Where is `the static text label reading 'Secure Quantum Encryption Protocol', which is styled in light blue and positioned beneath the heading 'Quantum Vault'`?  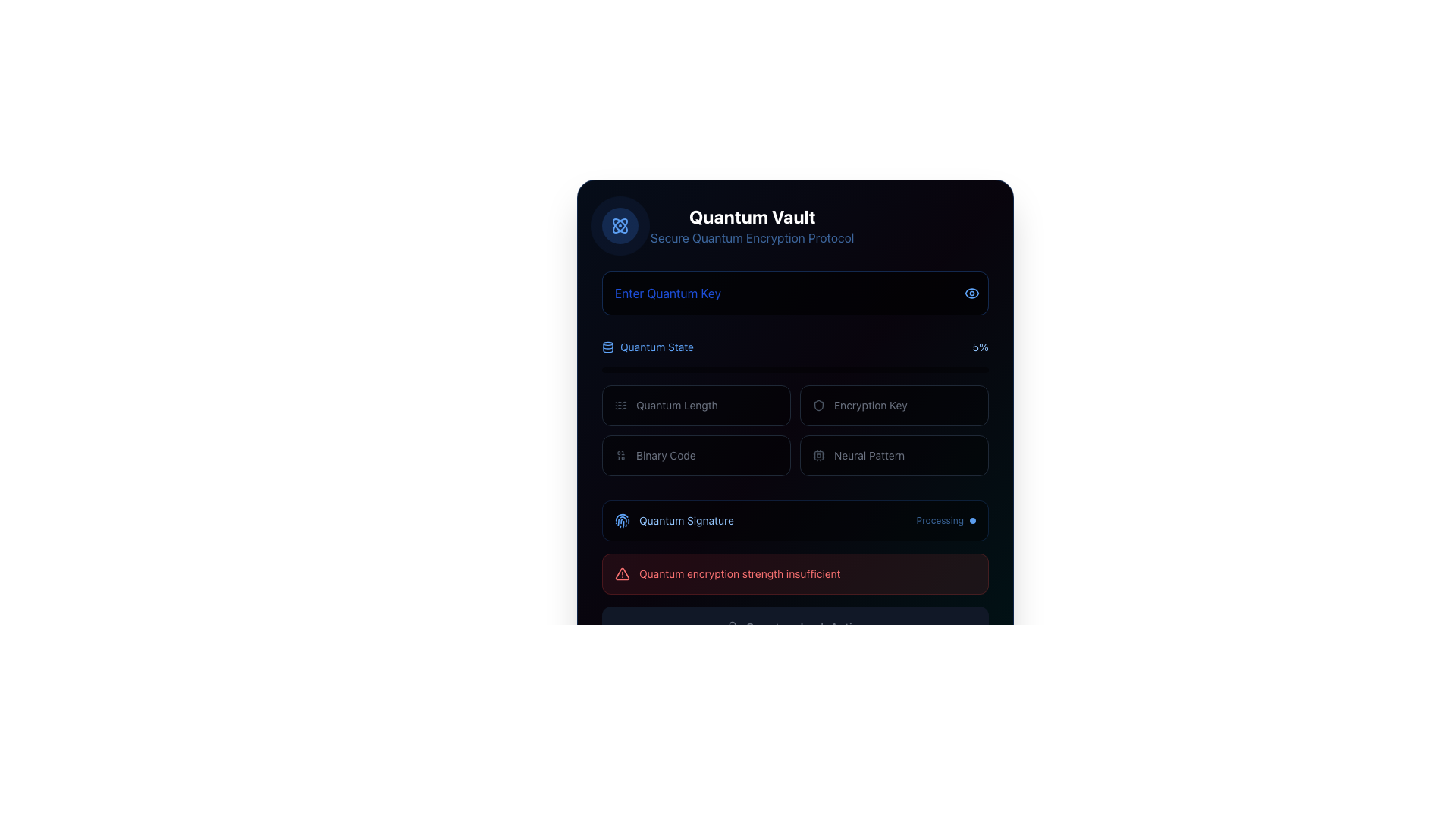
the static text label reading 'Secure Quantum Encryption Protocol', which is styled in light blue and positioned beneath the heading 'Quantum Vault' is located at coordinates (752, 237).